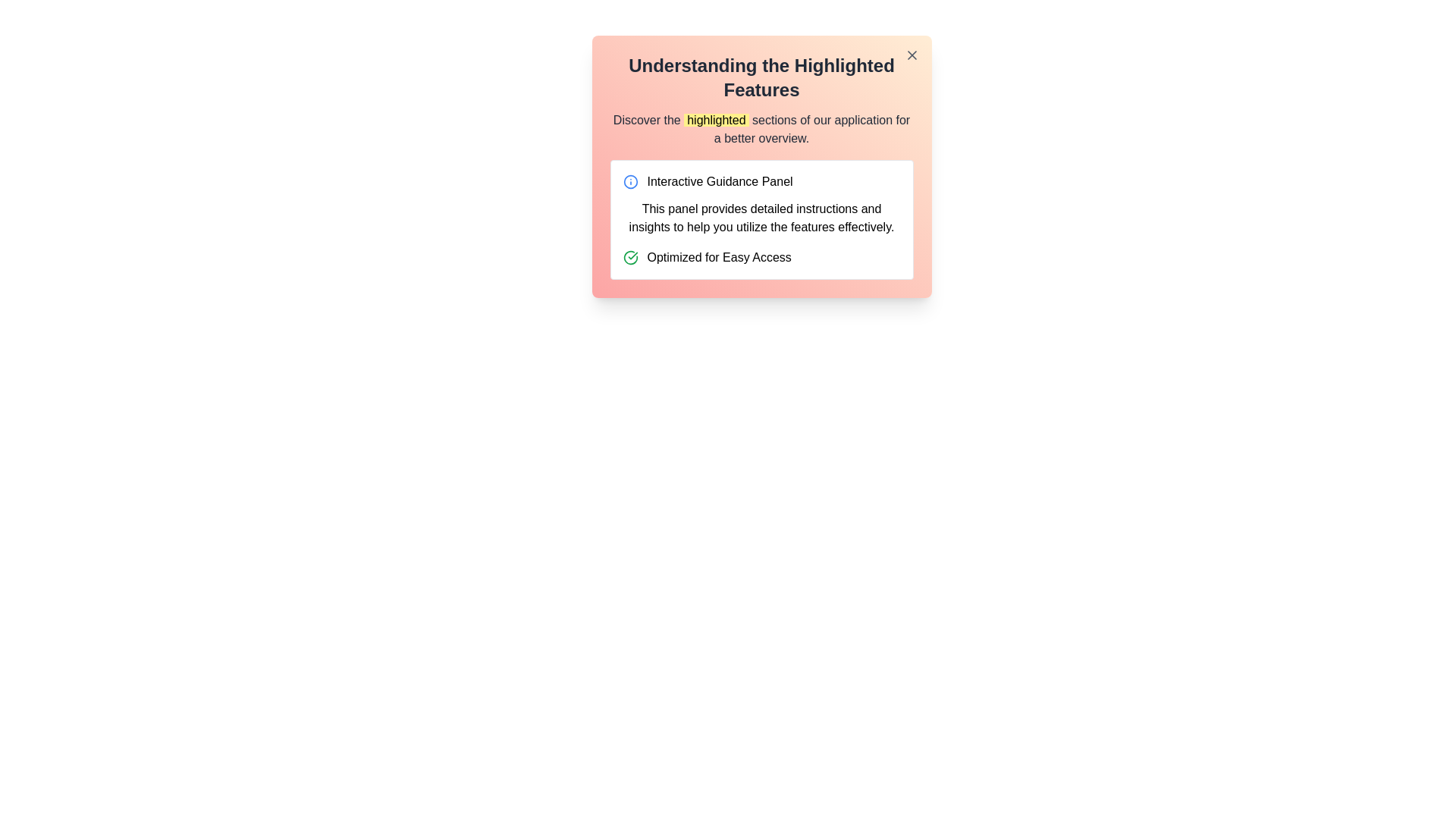  I want to click on the close button located at the top-right corner of the 'Understanding the Highlighted Features' panel to change its color, so click(911, 55).